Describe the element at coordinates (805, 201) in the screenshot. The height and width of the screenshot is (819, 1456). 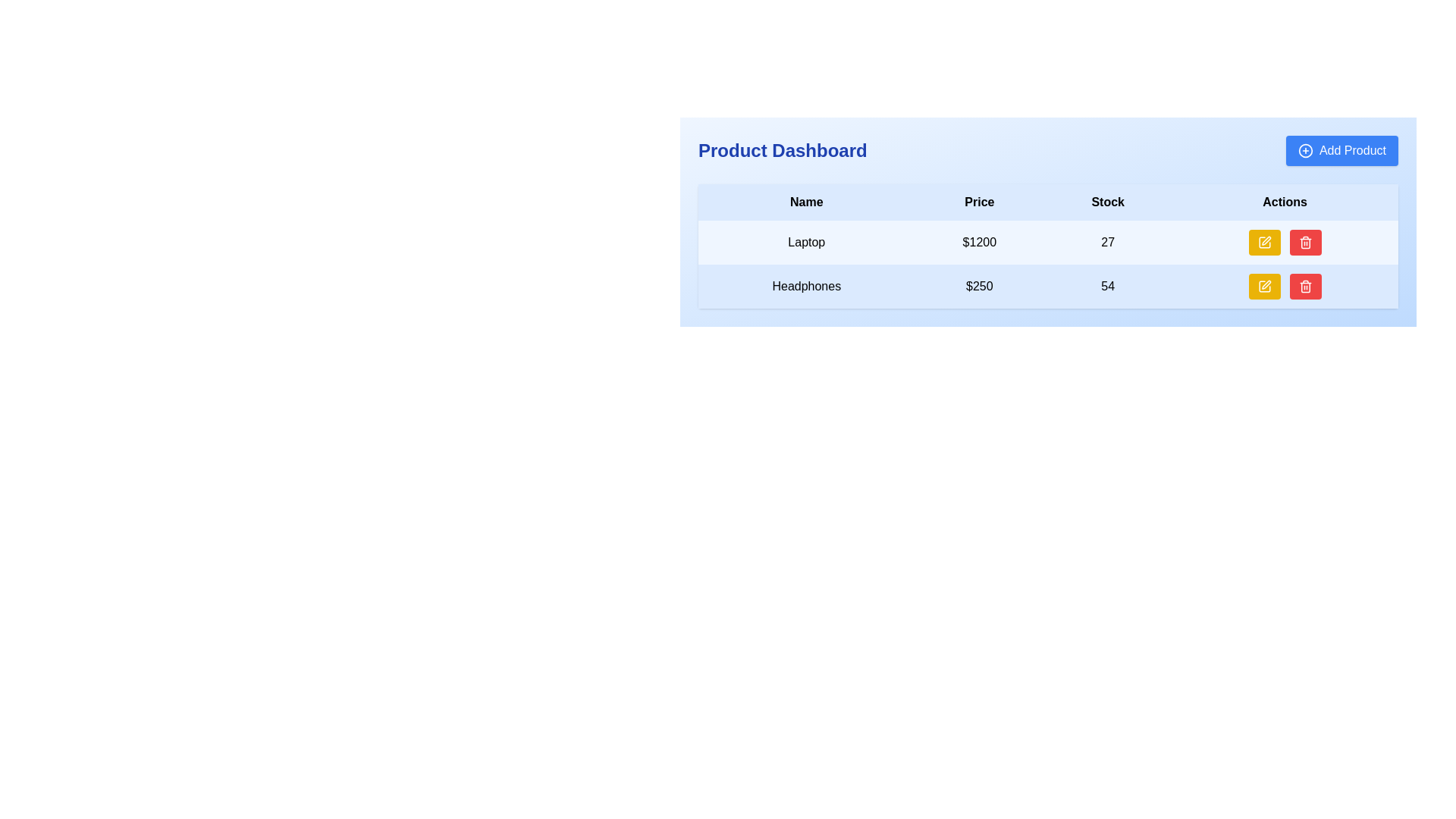
I see `the 'Name' table header located at the upper left of the table` at that location.